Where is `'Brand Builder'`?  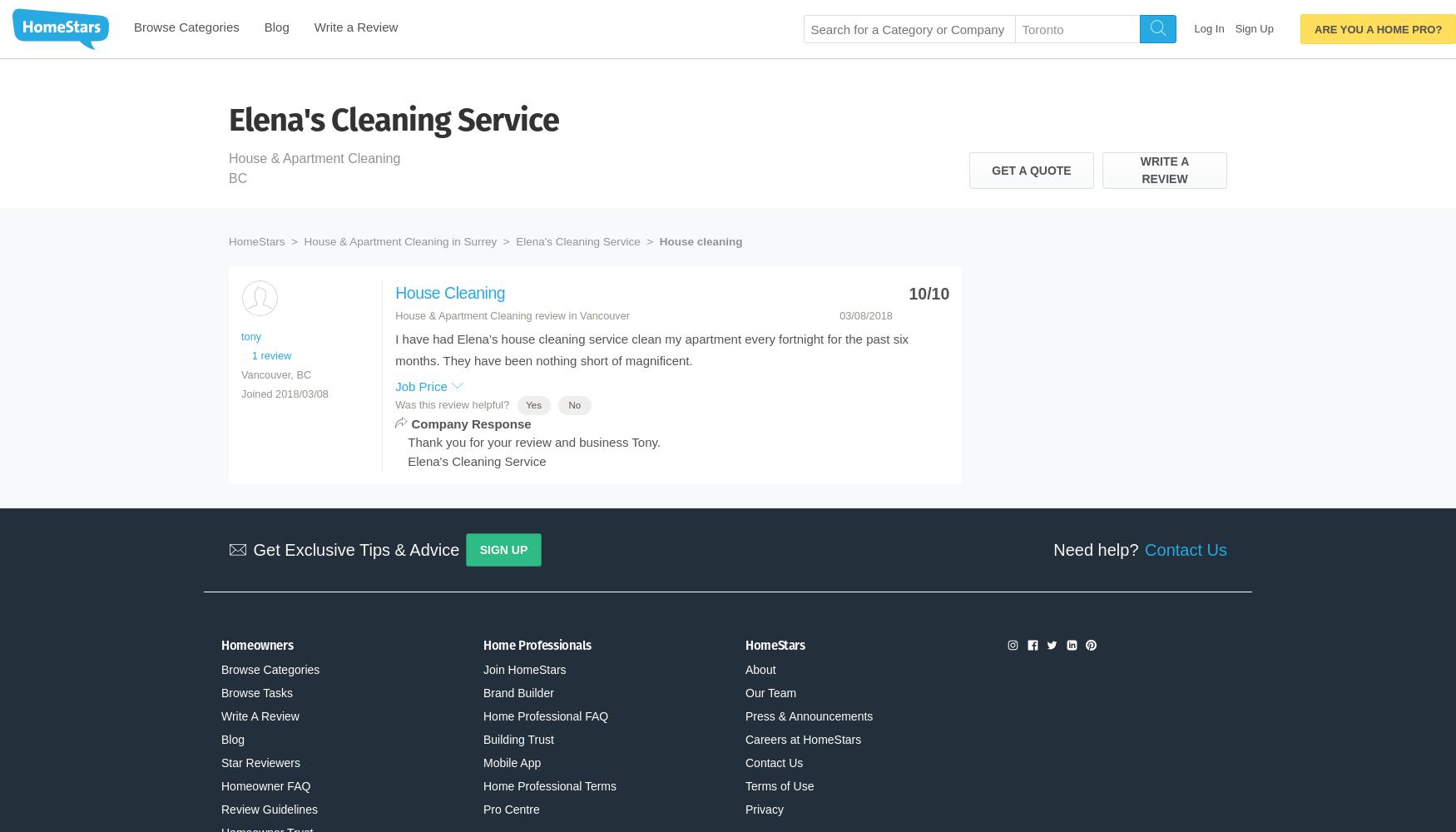 'Brand Builder' is located at coordinates (518, 692).